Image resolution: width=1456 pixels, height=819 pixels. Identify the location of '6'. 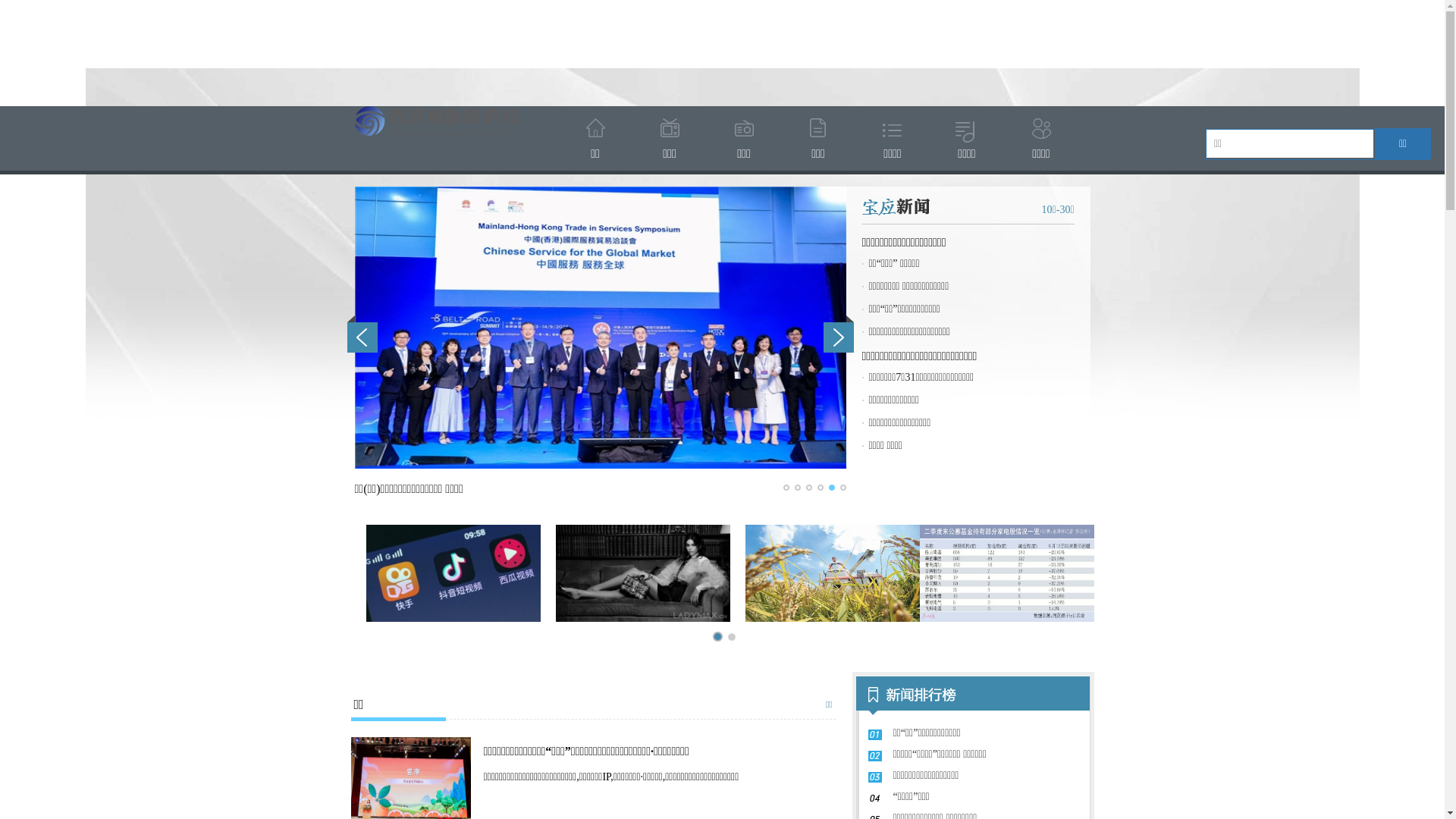
(843, 488).